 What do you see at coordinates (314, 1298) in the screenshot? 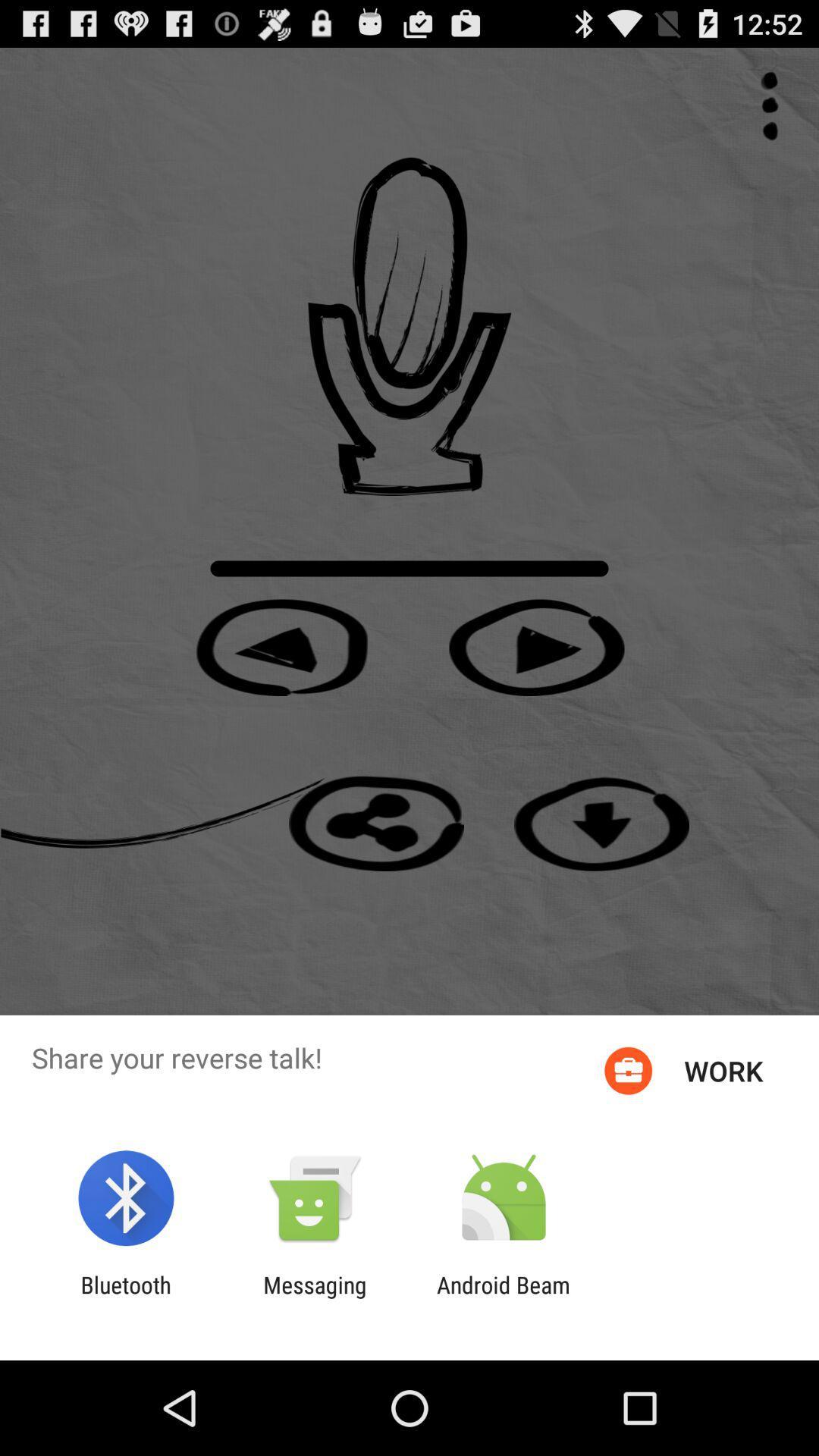
I see `item next to the bluetooth` at bounding box center [314, 1298].